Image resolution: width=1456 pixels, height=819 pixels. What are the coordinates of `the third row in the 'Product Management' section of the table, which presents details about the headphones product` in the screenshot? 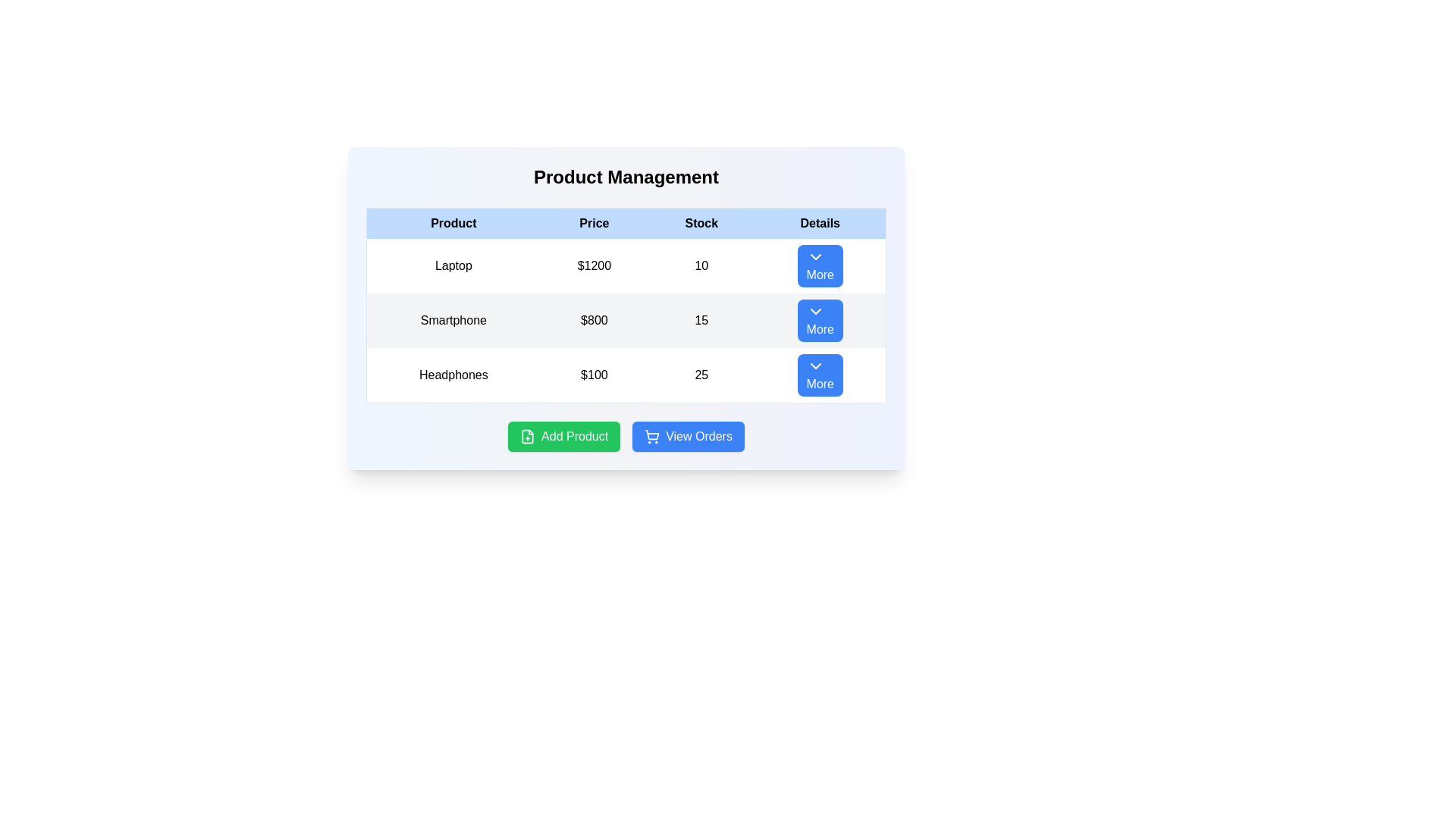 It's located at (626, 375).